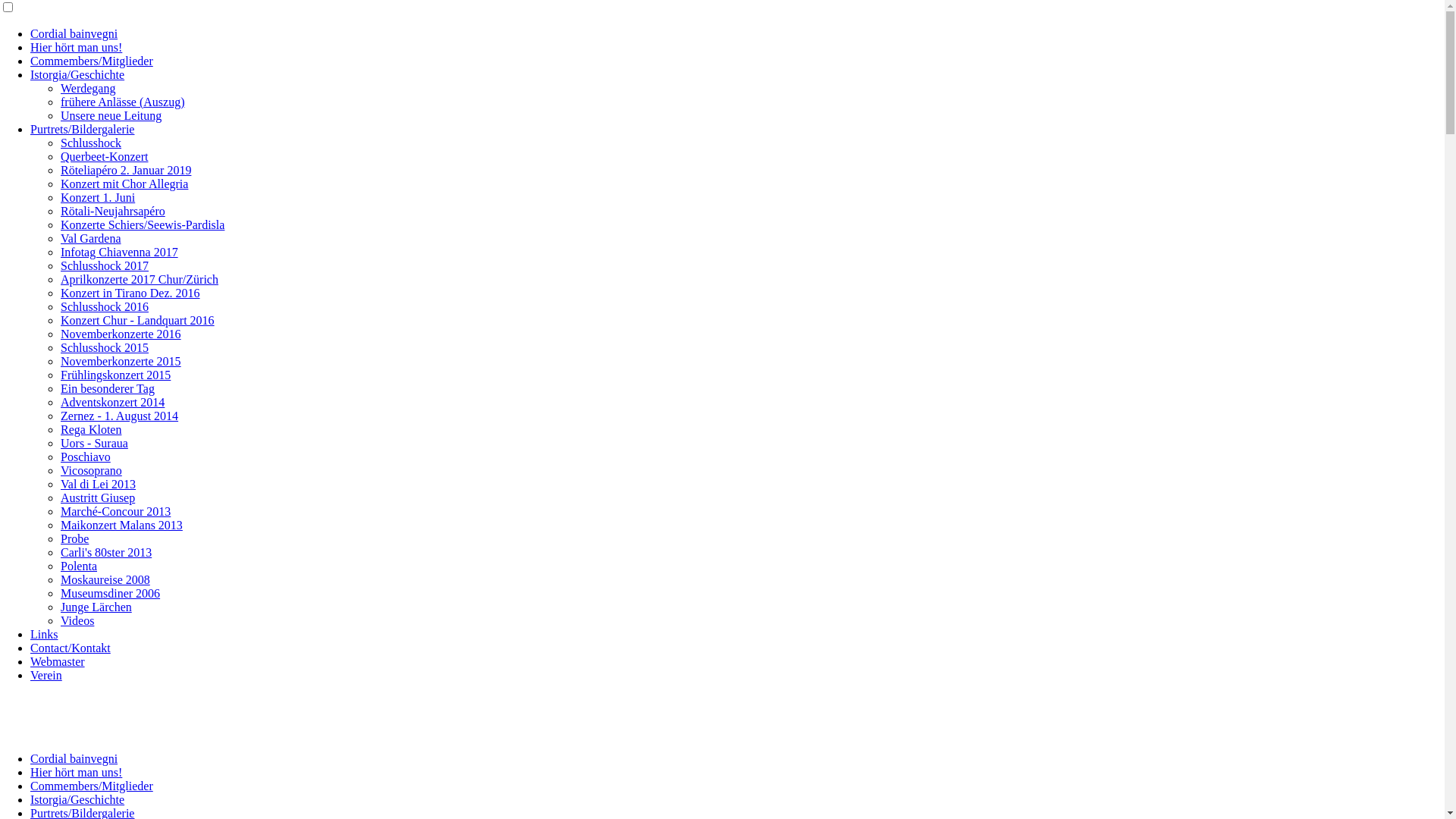  I want to click on 'Istorgia/Geschichte', so click(76, 74).